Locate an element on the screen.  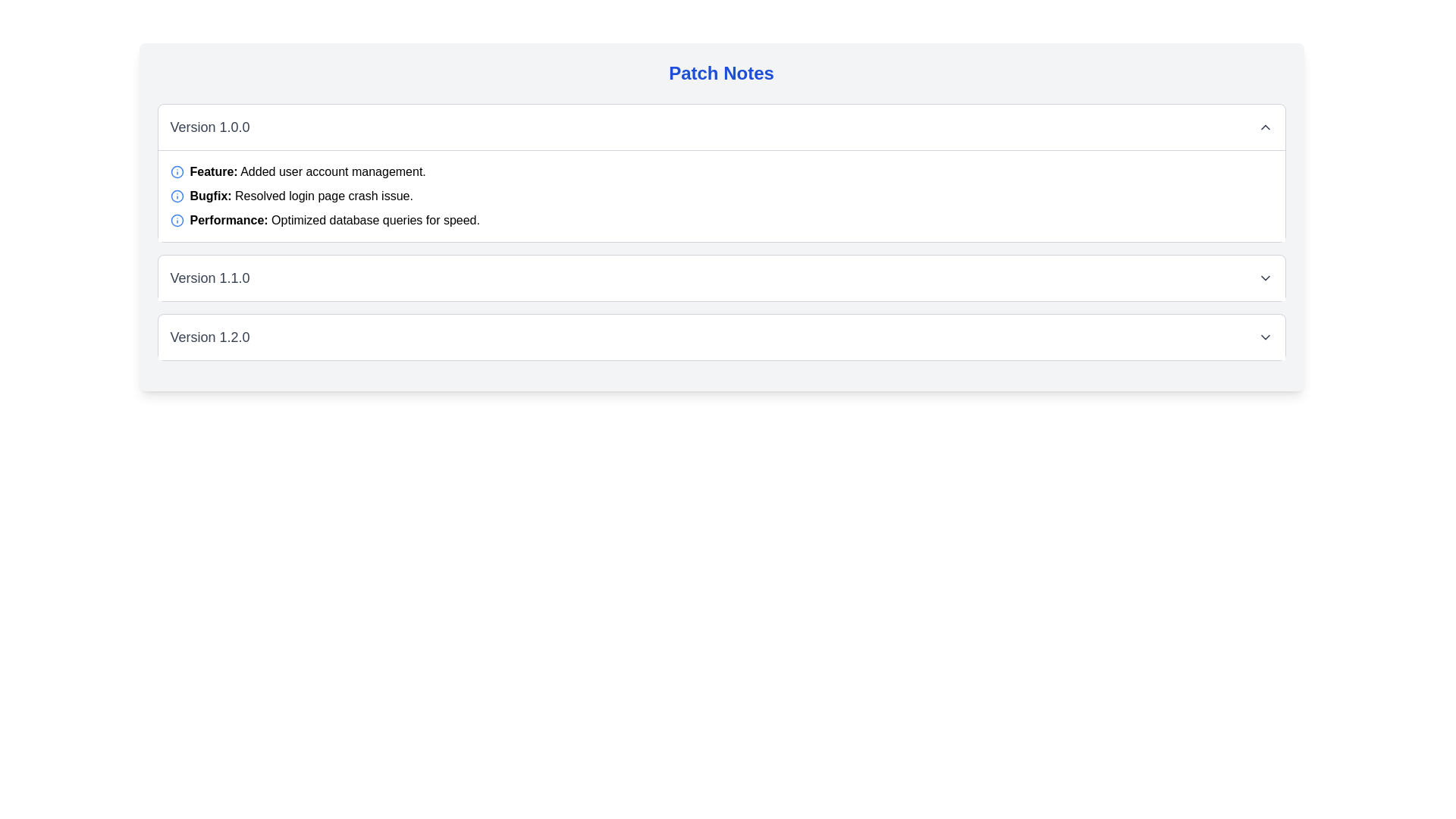
text label that states 'Bugfix: Resolved login page crash issue.' which is the second entry in the list of changes for version 1.0.0 is located at coordinates (301, 195).